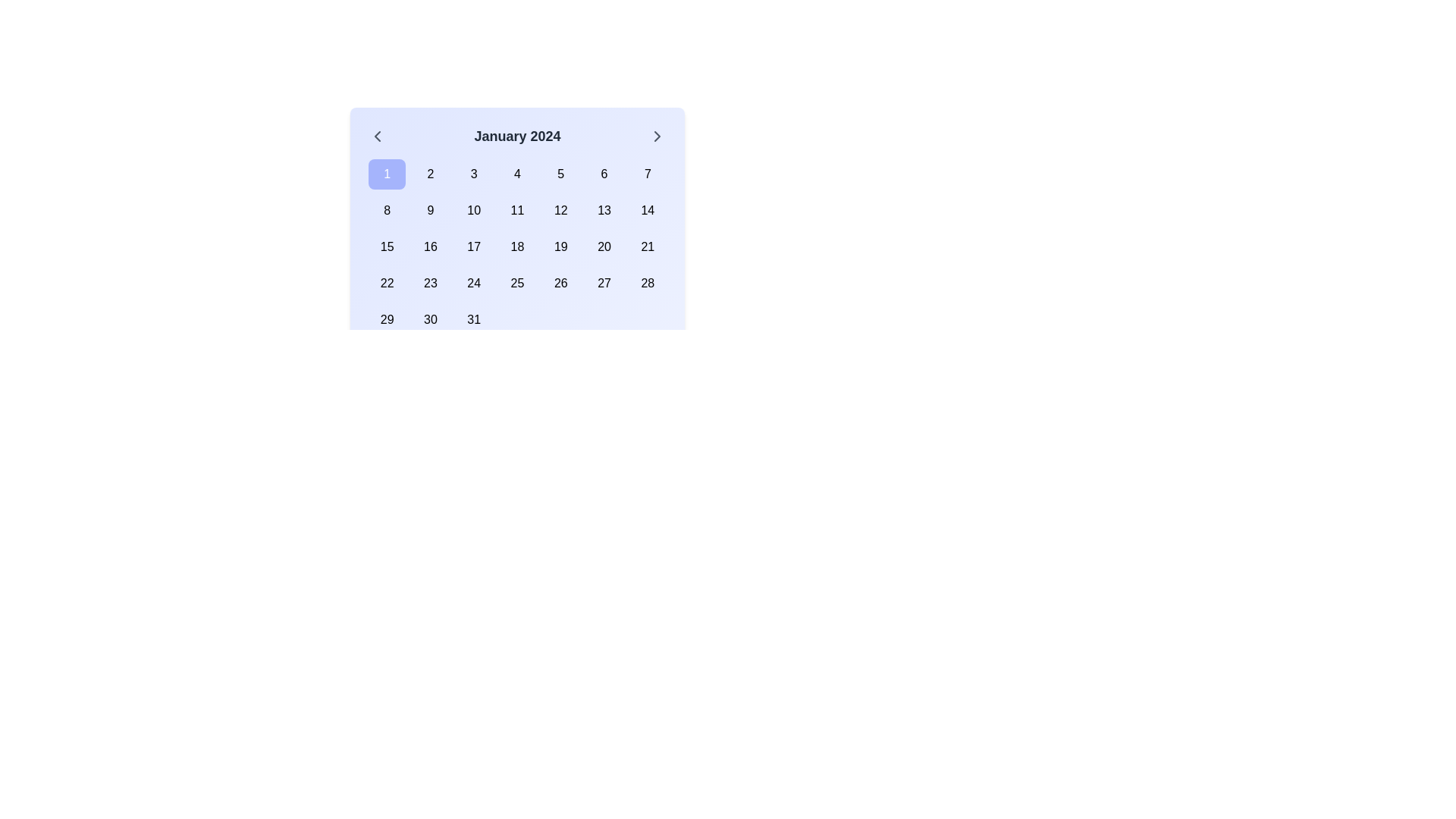 The width and height of the screenshot is (1456, 819). What do you see at coordinates (560, 174) in the screenshot?
I see `the date picker button representing the date '5' in the calendar interface` at bounding box center [560, 174].